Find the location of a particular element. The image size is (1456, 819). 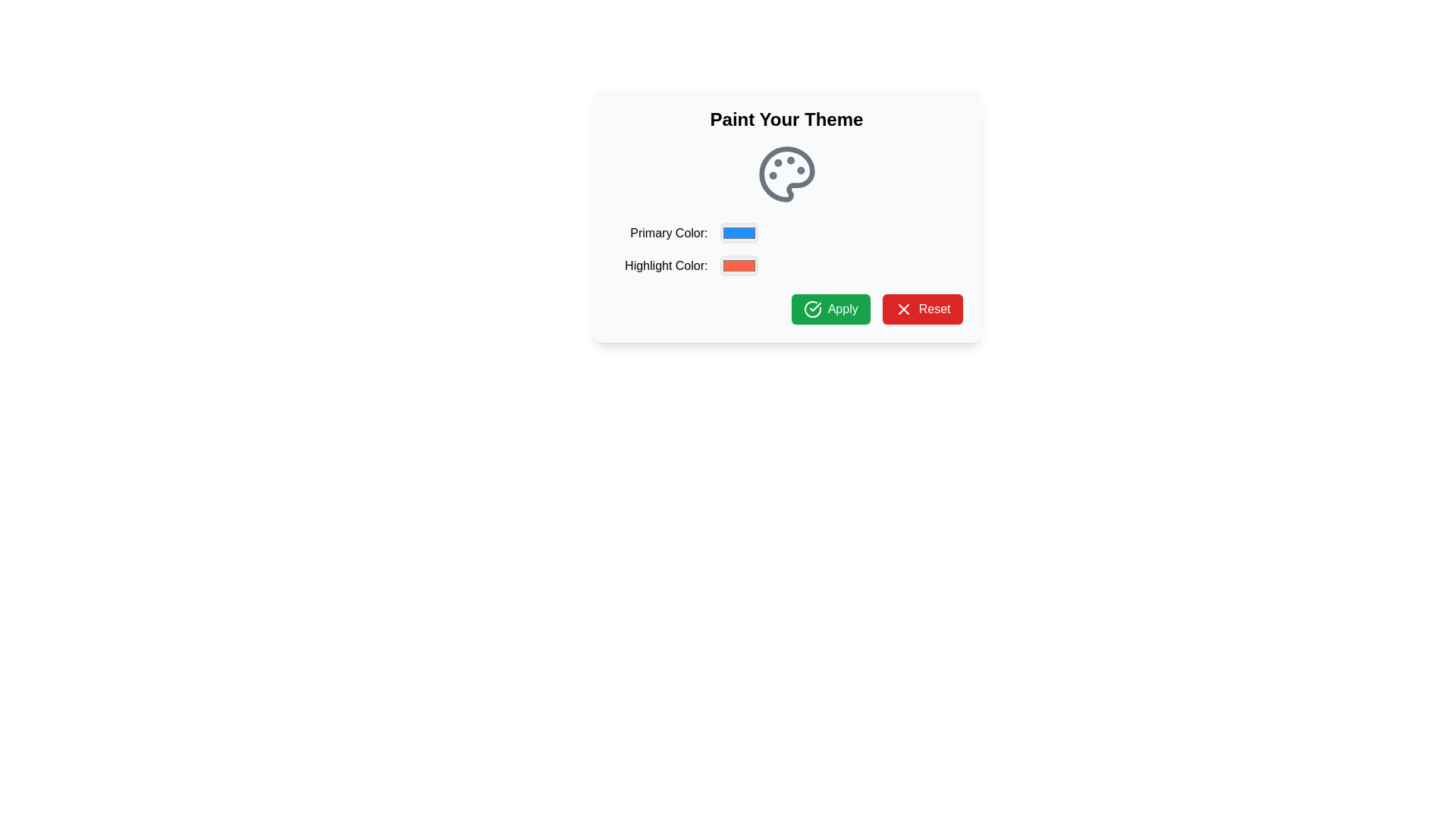

the vibrant orange color input field with rounded corners, located to the right of the 'Highlight Color:' label is located at coordinates (739, 265).